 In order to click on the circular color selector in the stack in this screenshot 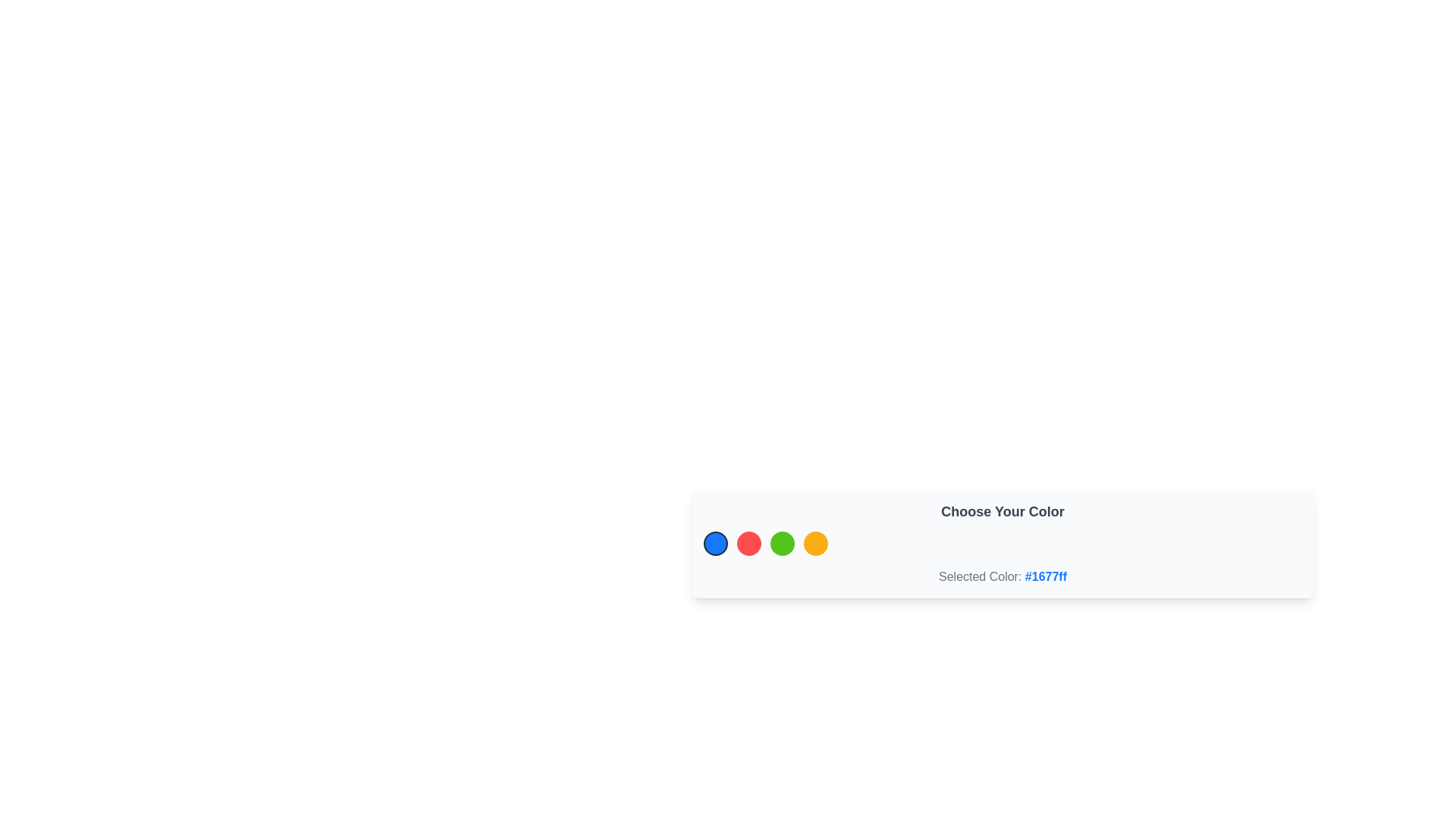, I will do `click(1003, 543)`.